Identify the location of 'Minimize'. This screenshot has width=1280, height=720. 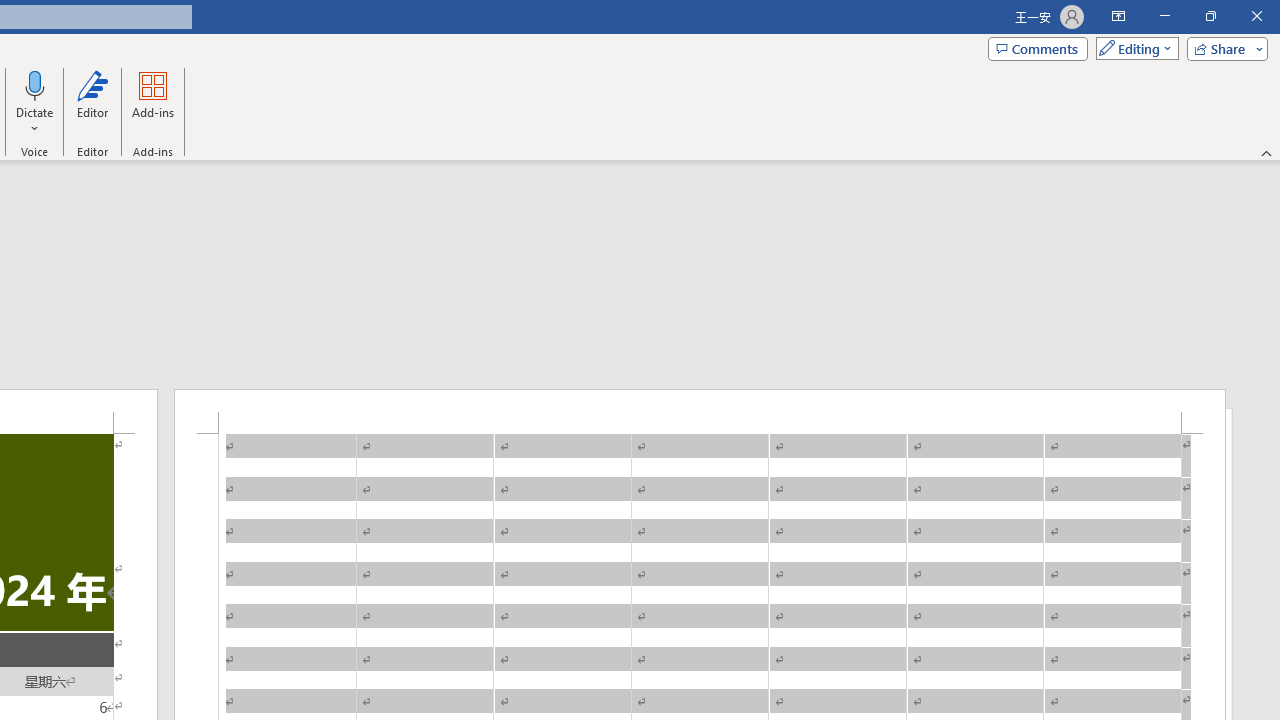
(1164, 16).